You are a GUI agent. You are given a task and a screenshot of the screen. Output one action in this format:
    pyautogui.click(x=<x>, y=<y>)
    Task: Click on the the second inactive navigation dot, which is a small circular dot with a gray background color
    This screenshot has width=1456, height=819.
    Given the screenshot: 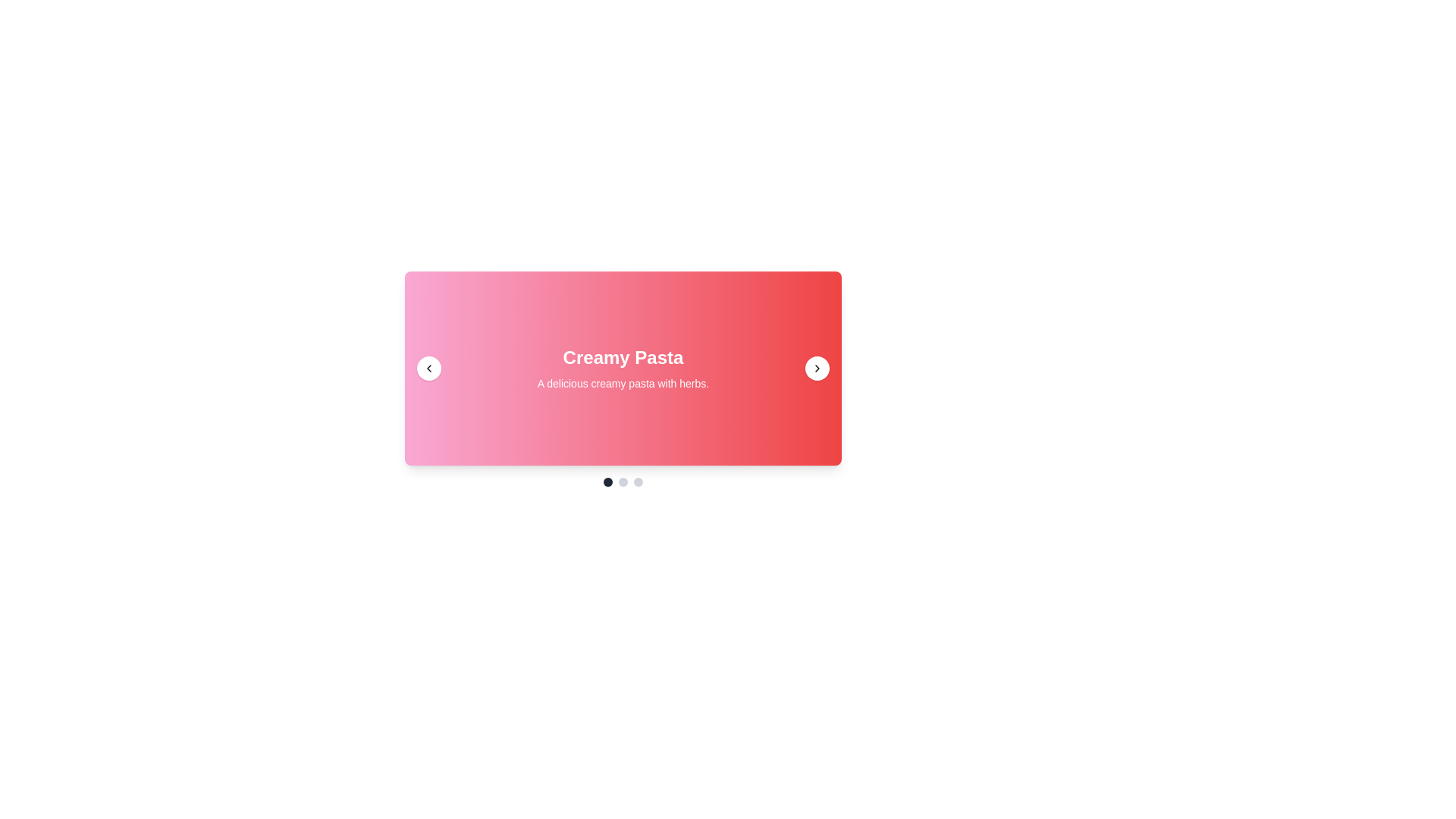 What is the action you would take?
    pyautogui.click(x=623, y=482)
    